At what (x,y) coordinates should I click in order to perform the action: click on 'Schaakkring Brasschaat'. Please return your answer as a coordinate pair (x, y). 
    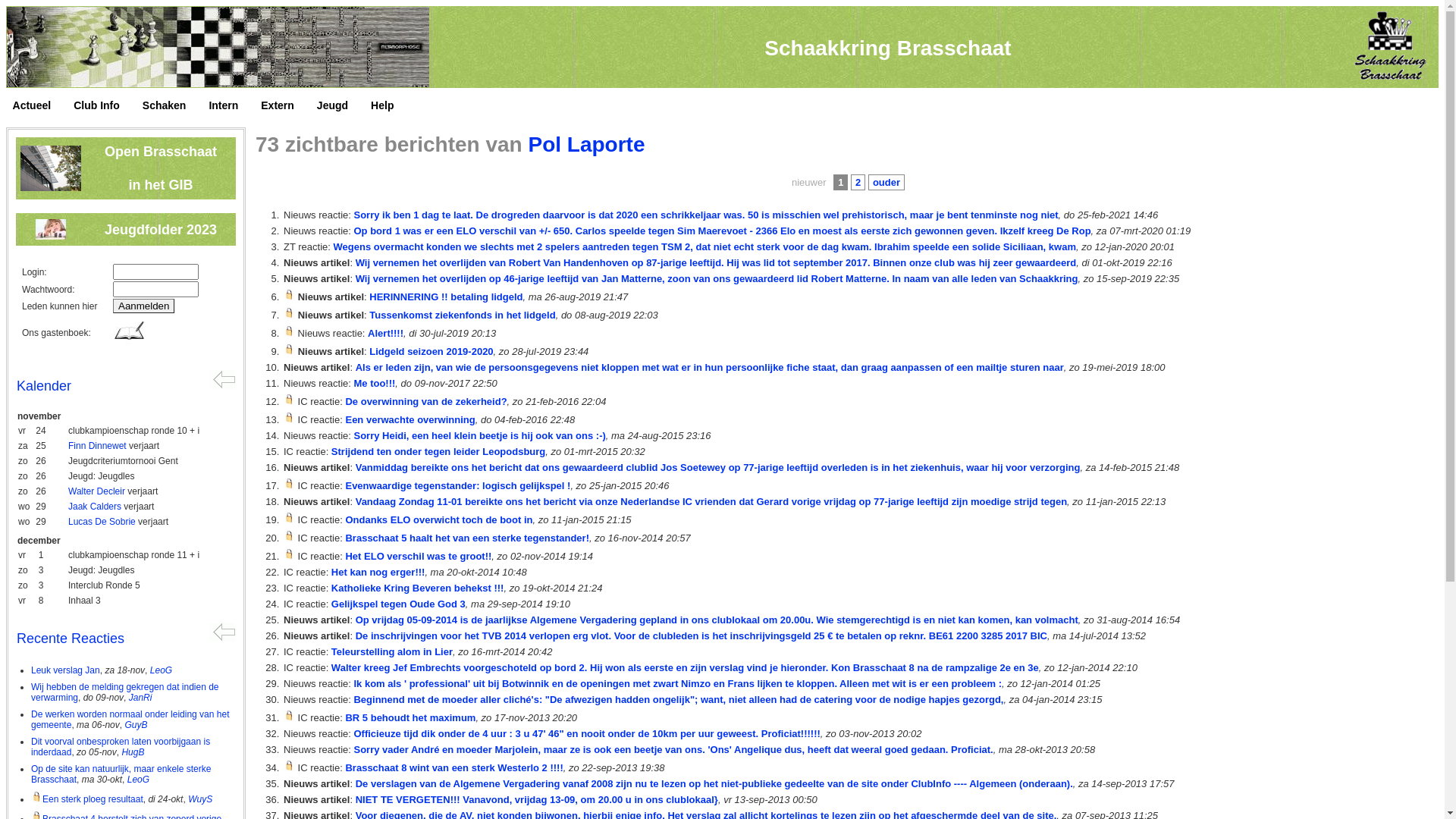
    Looking at the image, I should click on (6, 46).